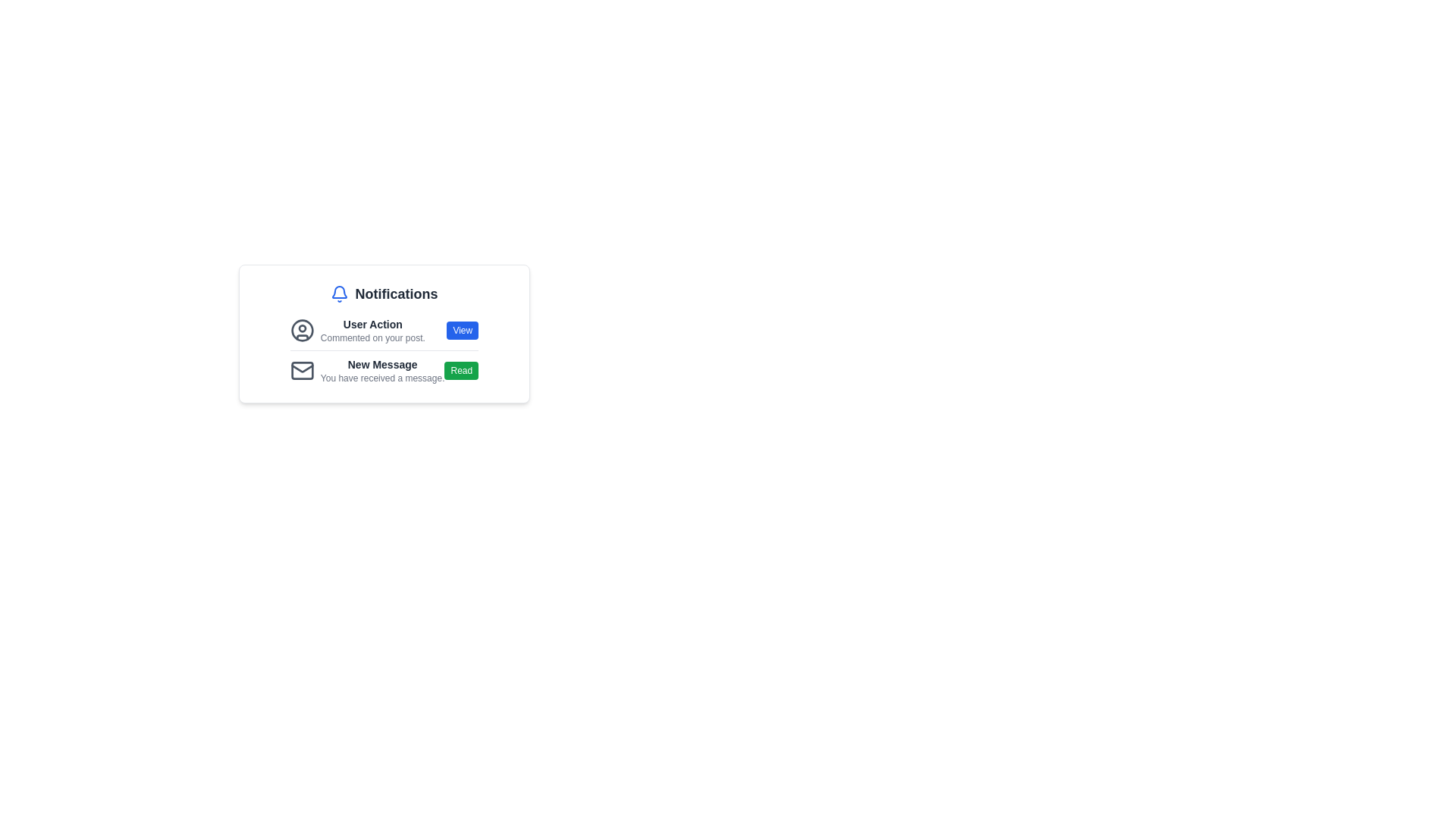 This screenshot has width=1456, height=819. What do you see at coordinates (397, 294) in the screenshot?
I see `the 'Notifications' text label, which is styled in bold and dark gray, positioned next to a notification bell icon` at bounding box center [397, 294].